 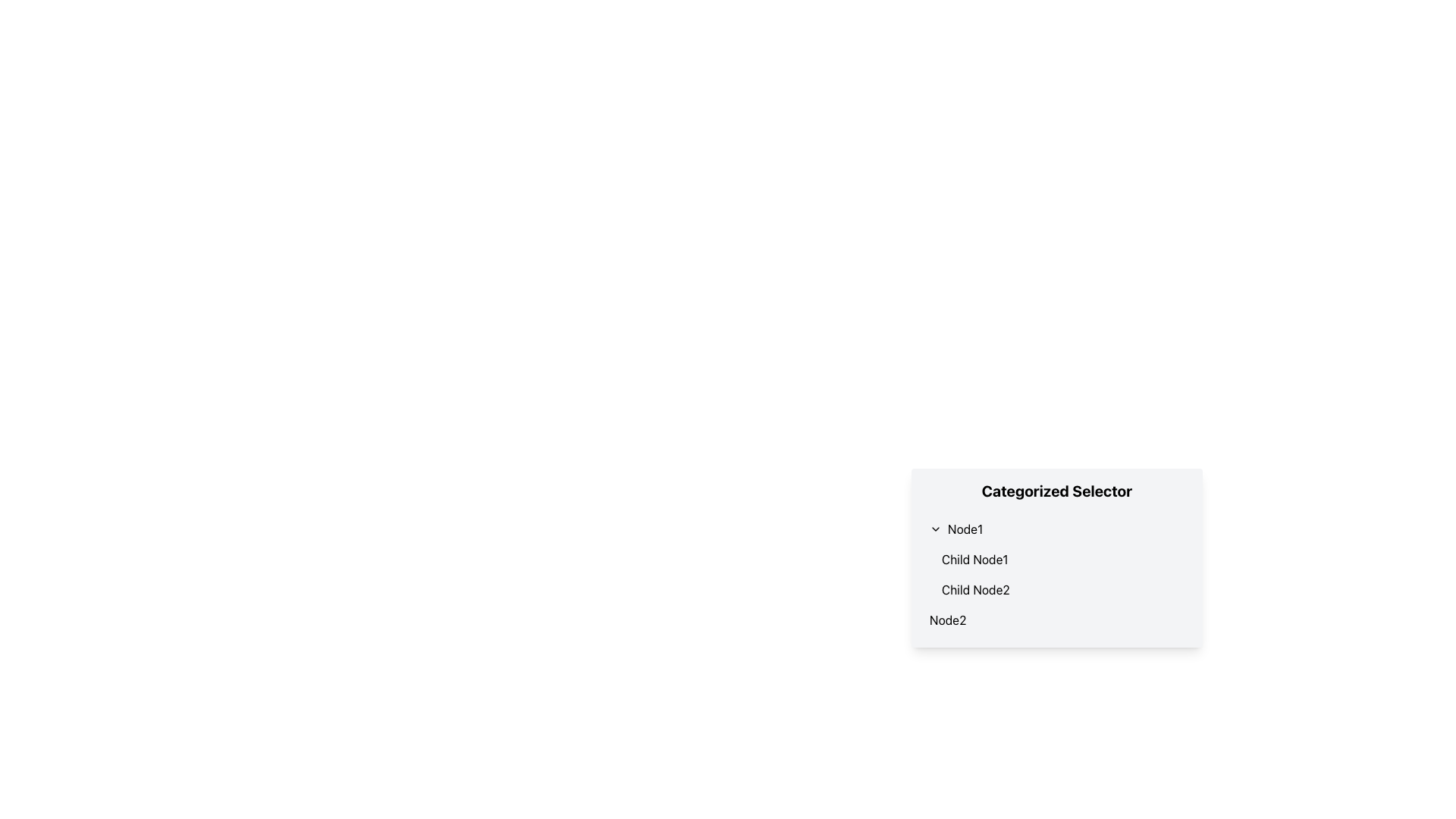 I want to click on the Toggleable list item labeled 'Node1', so click(x=1056, y=529).